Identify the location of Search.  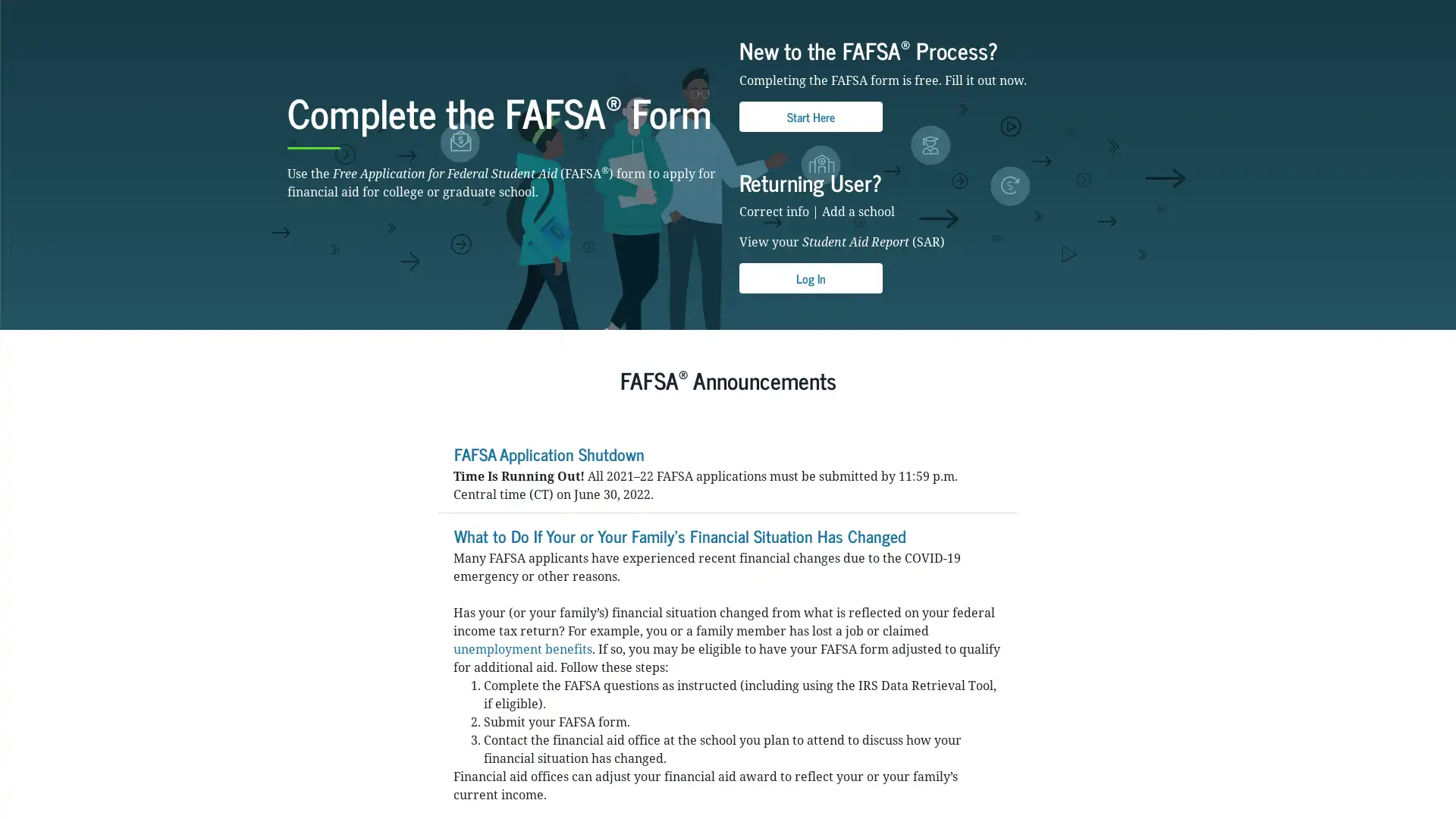
(952, 52).